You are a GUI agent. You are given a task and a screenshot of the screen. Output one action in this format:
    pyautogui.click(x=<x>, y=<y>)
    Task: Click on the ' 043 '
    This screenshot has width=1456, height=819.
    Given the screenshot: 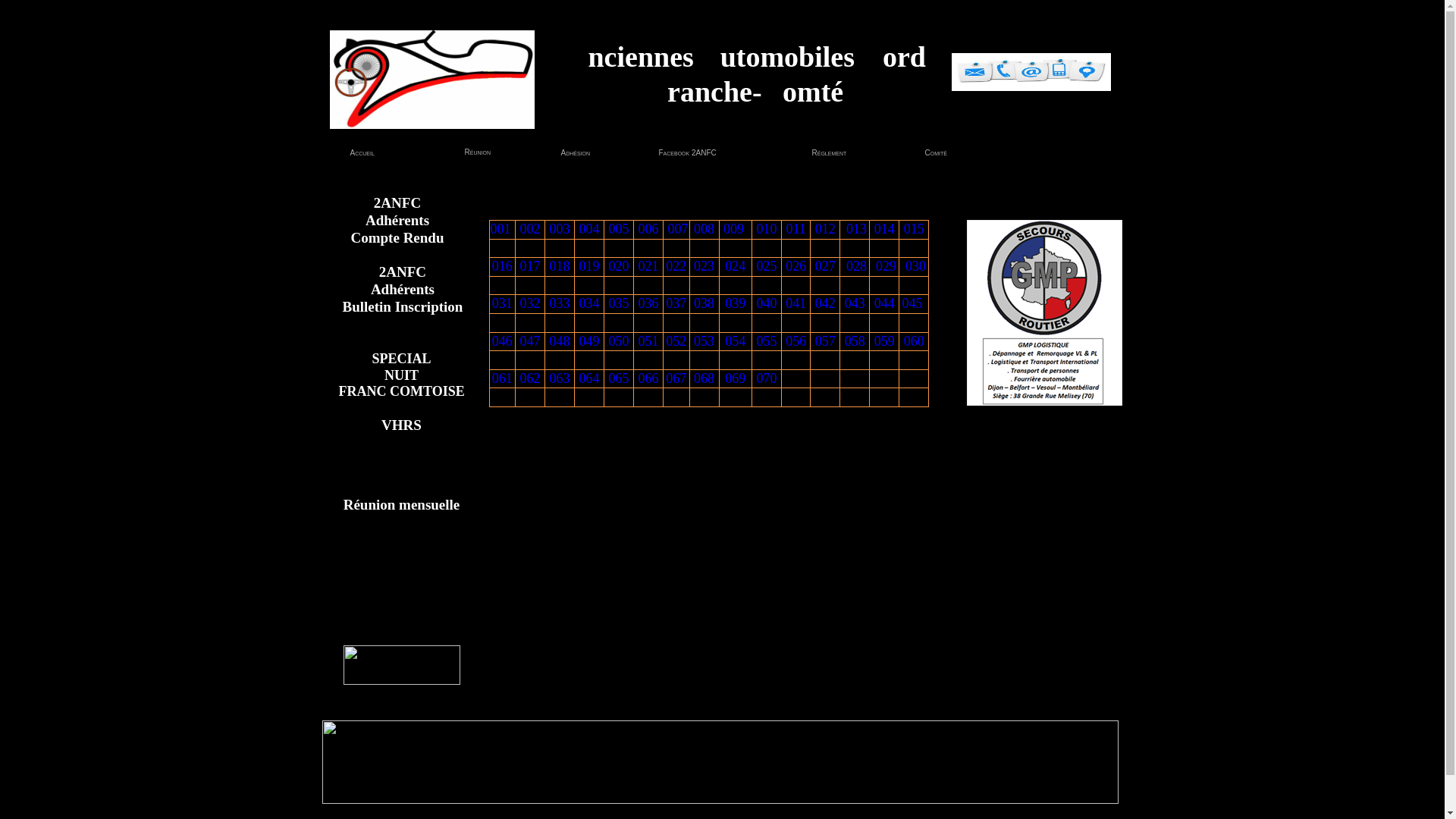 What is the action you would take?
    pyautogui.click(x=855, y=303)
    